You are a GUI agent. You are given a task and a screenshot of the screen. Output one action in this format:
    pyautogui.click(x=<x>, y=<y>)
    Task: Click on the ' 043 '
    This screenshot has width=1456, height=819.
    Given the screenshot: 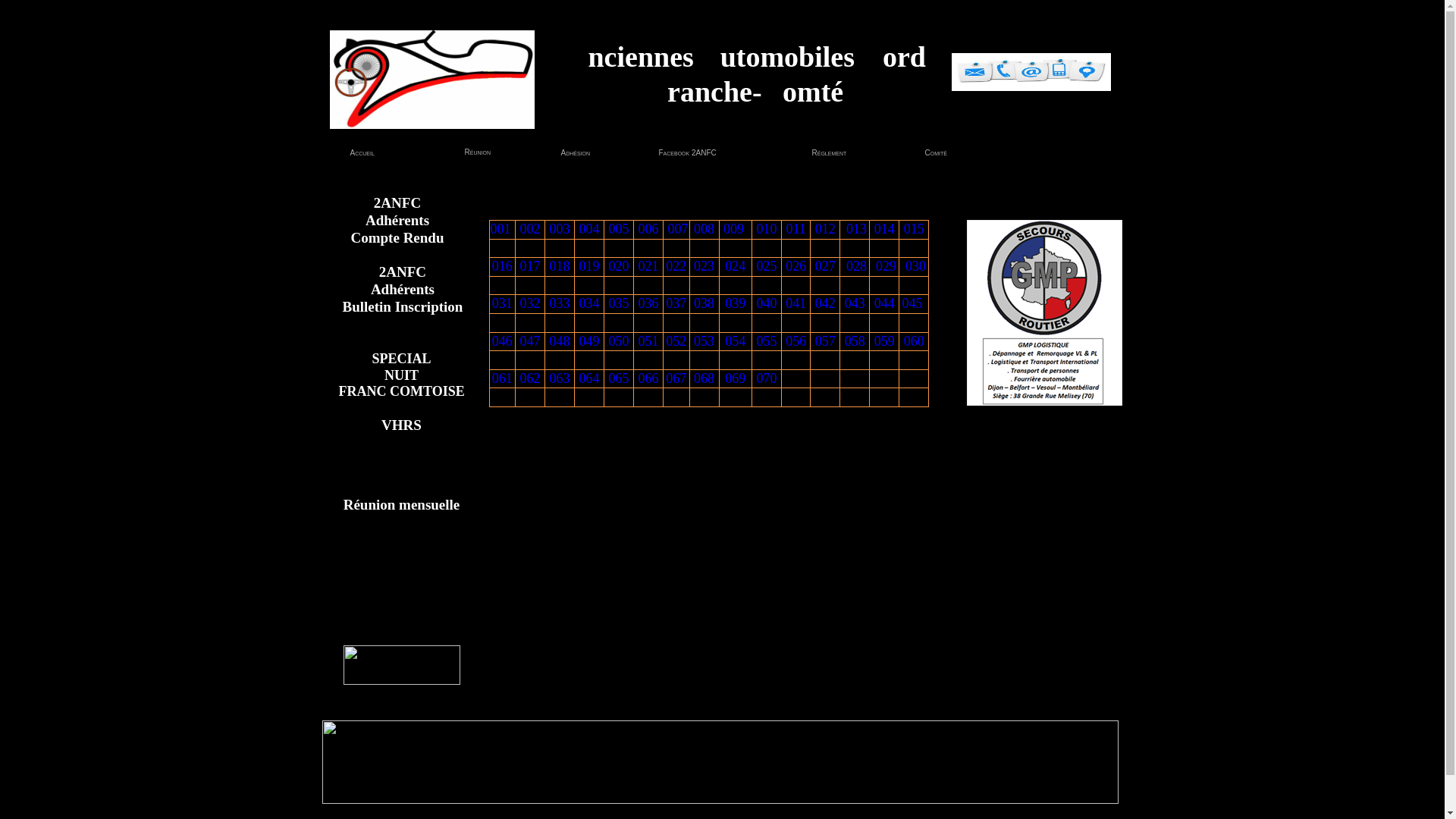 What is the action you would take?
    pyautogui.click(x=855, y=303)
    